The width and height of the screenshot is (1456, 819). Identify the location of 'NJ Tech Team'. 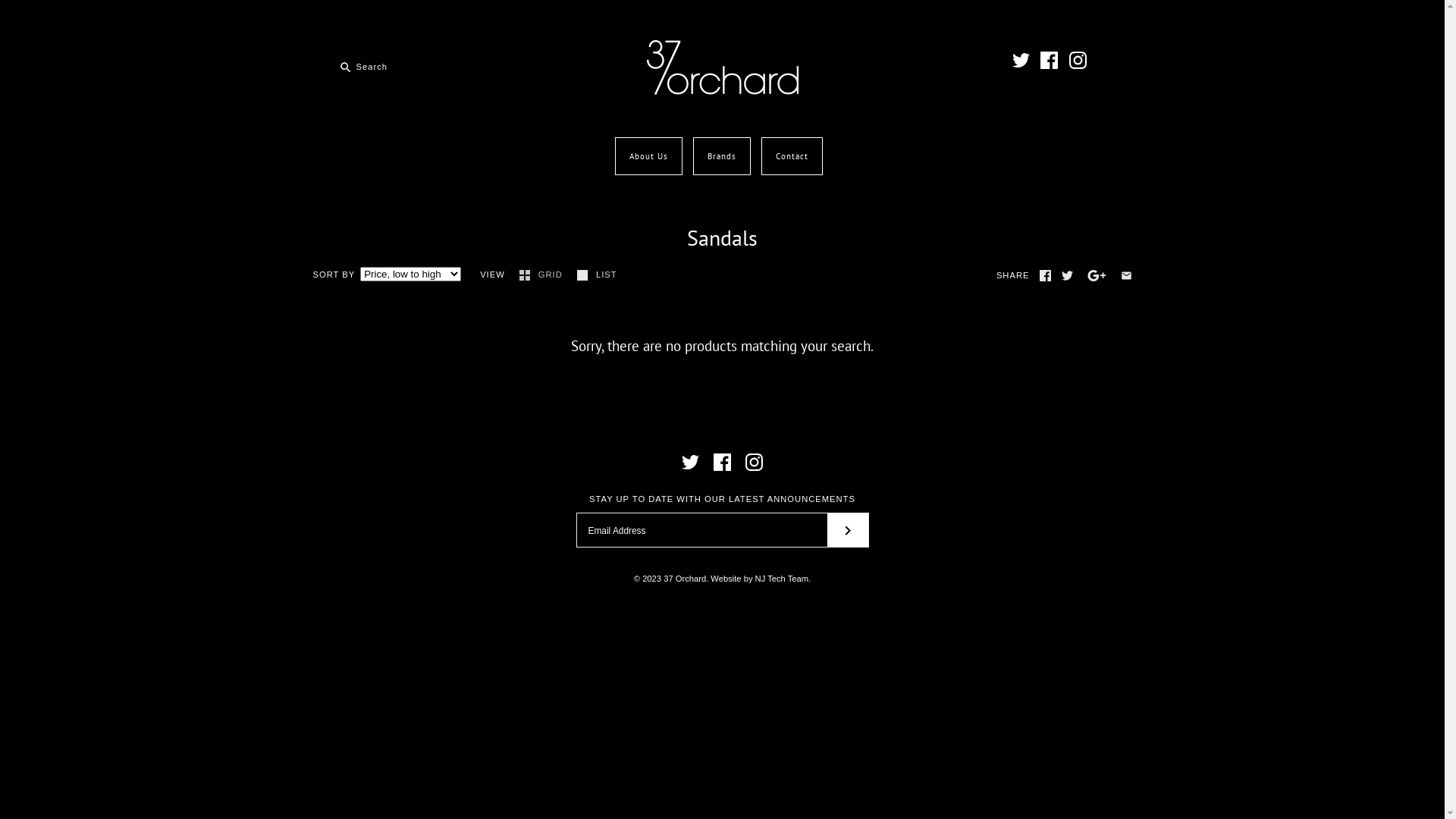
(782, 579).